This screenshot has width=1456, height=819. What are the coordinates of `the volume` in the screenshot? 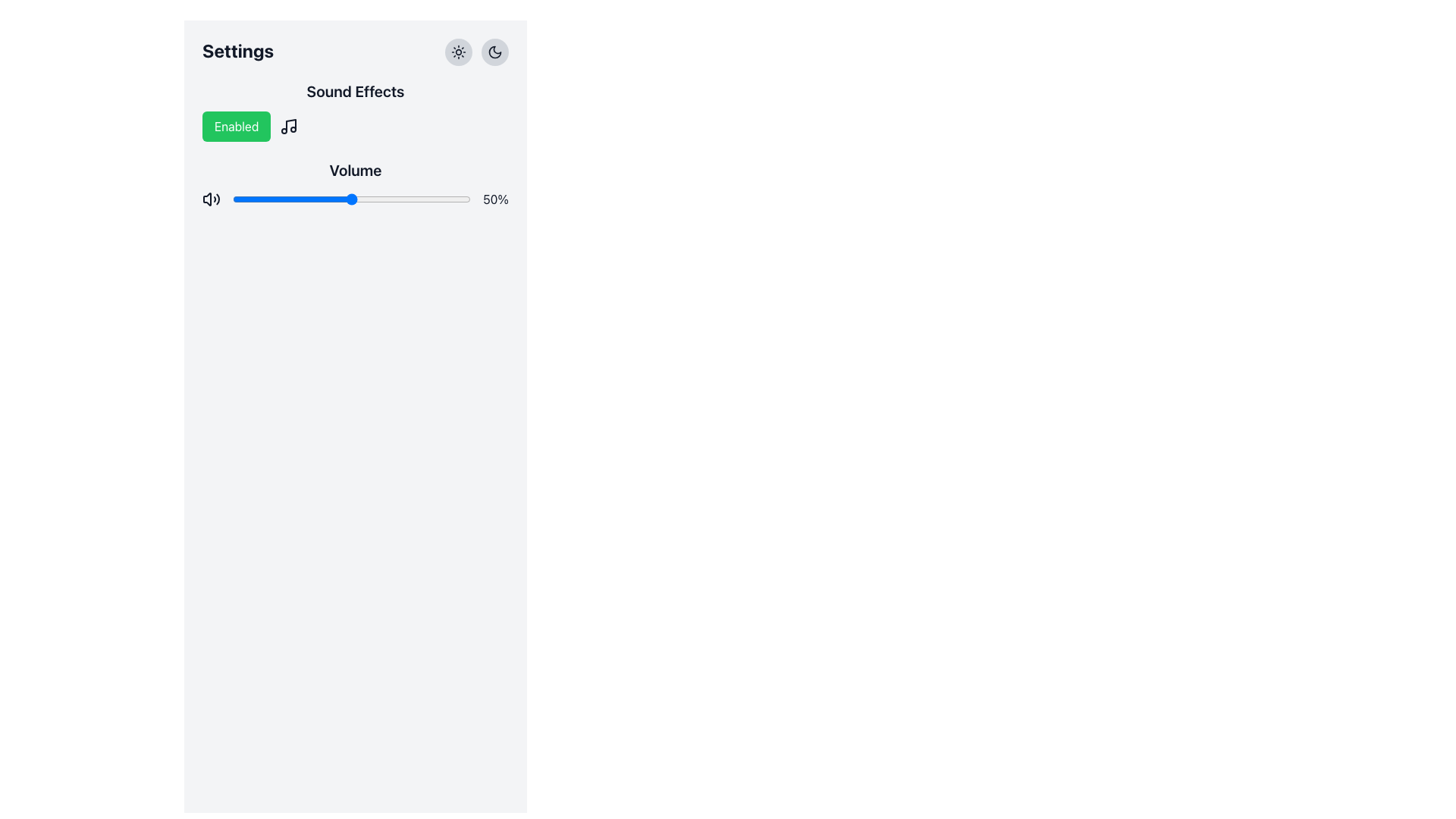 It's located at (265, 198).